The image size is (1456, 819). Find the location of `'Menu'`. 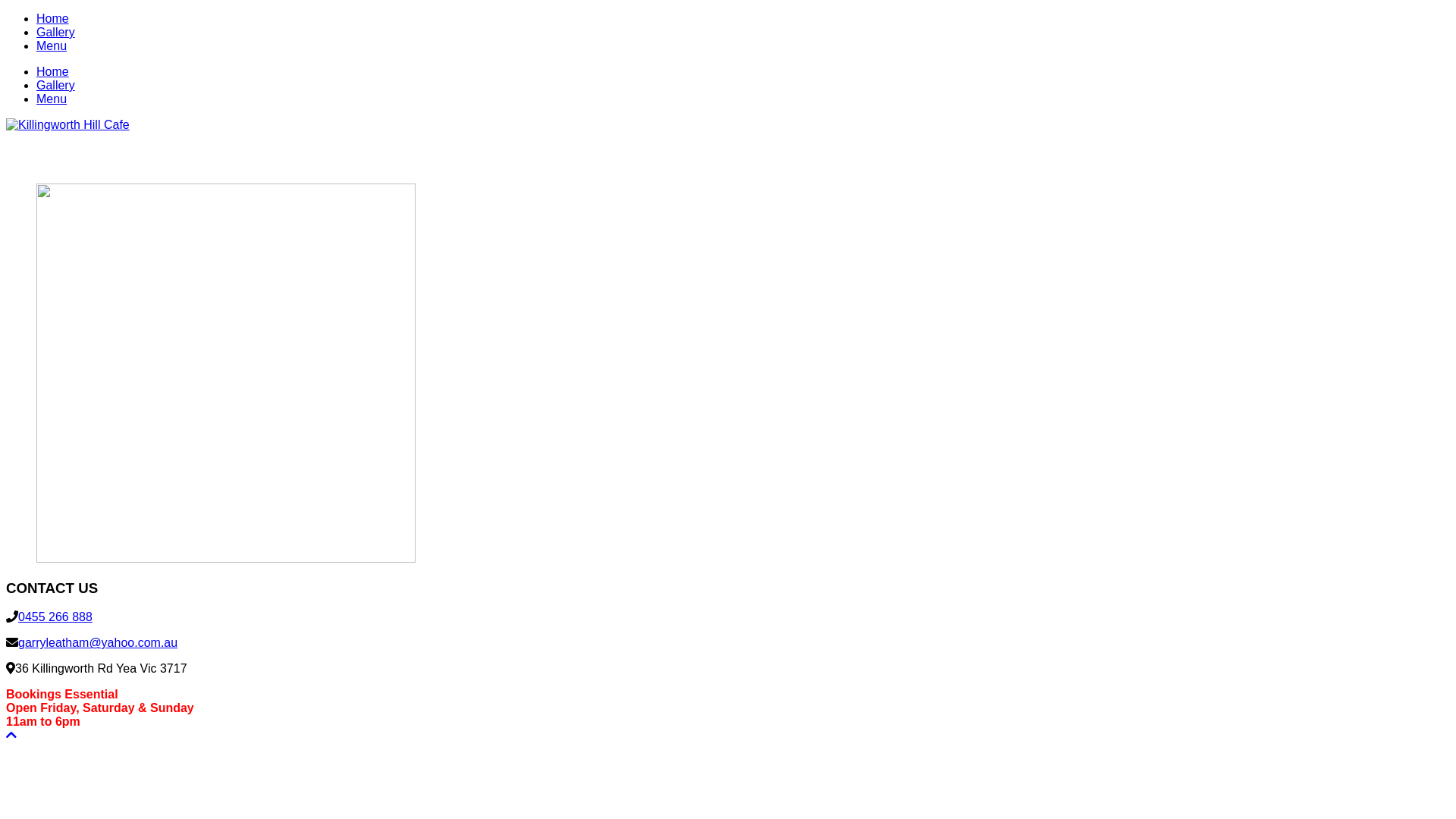

'Menu' is located at coordinates (51, 99).